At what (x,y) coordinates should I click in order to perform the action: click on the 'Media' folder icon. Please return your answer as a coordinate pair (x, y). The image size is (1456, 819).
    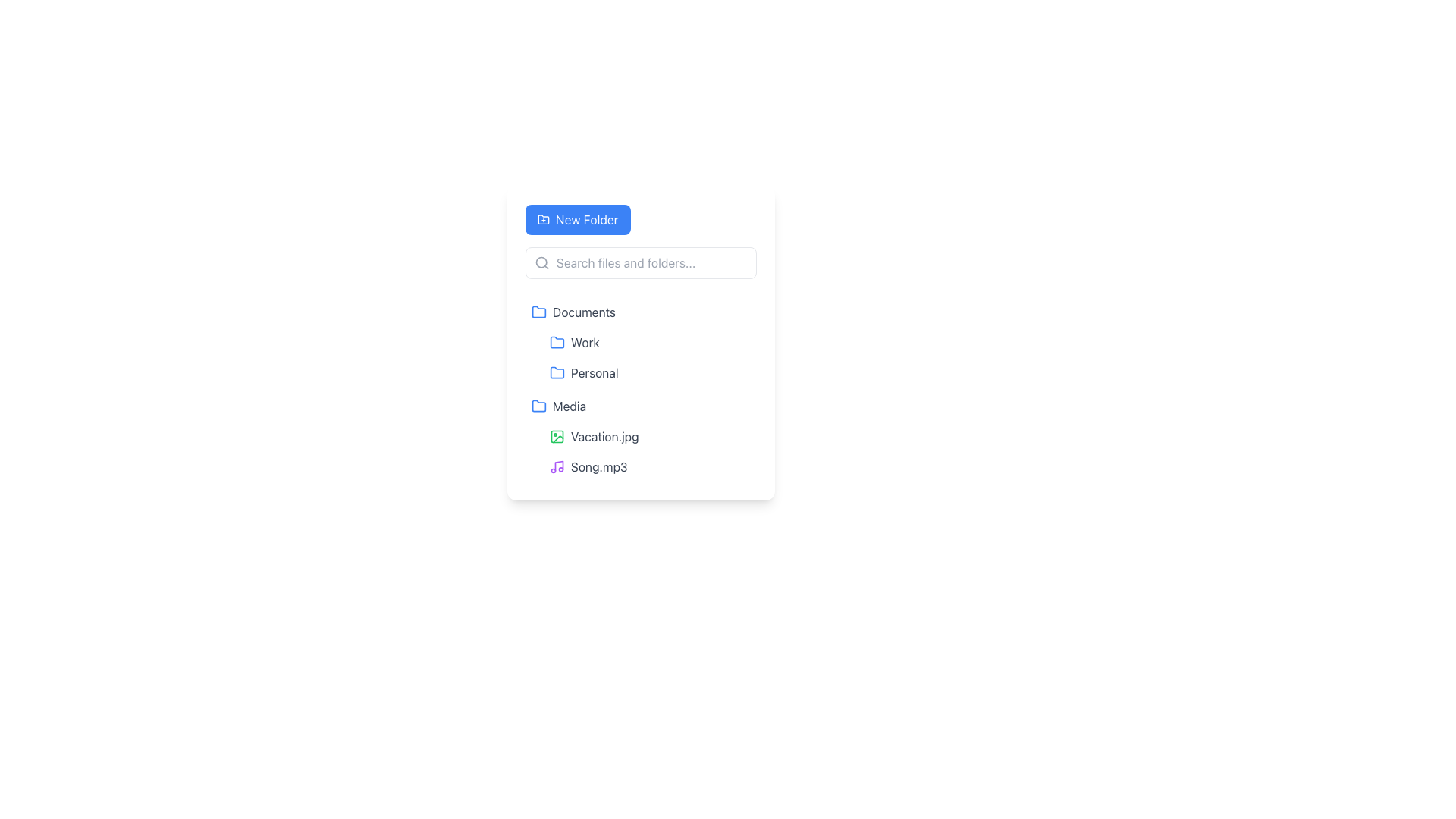
    Looking at the image, I should click on (538, 406).